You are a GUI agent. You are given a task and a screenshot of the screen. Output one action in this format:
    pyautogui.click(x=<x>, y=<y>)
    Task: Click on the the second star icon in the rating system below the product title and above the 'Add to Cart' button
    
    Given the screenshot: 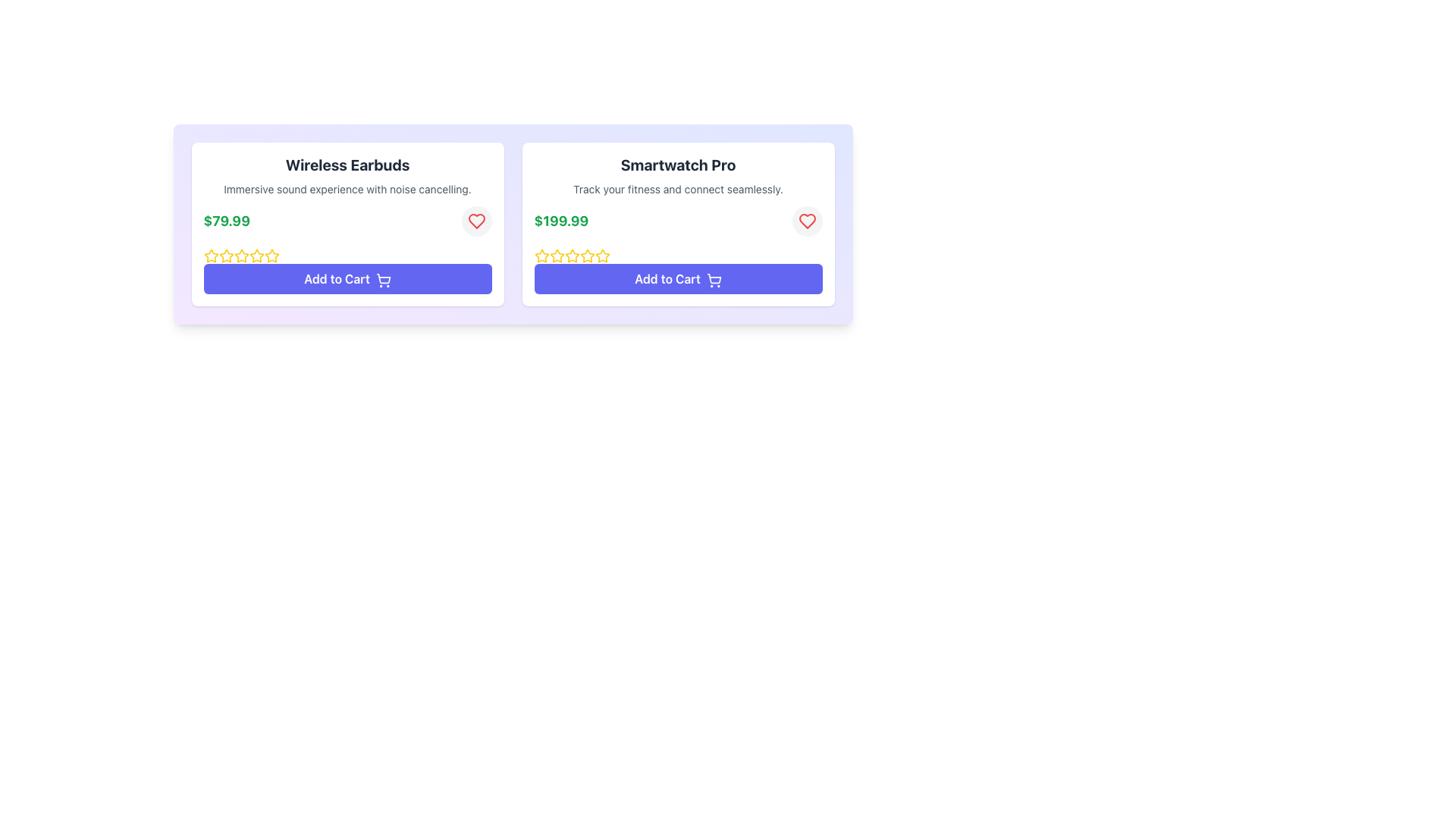 What is the action you would take?
    pyautogui.click(x=256, y=254)
    